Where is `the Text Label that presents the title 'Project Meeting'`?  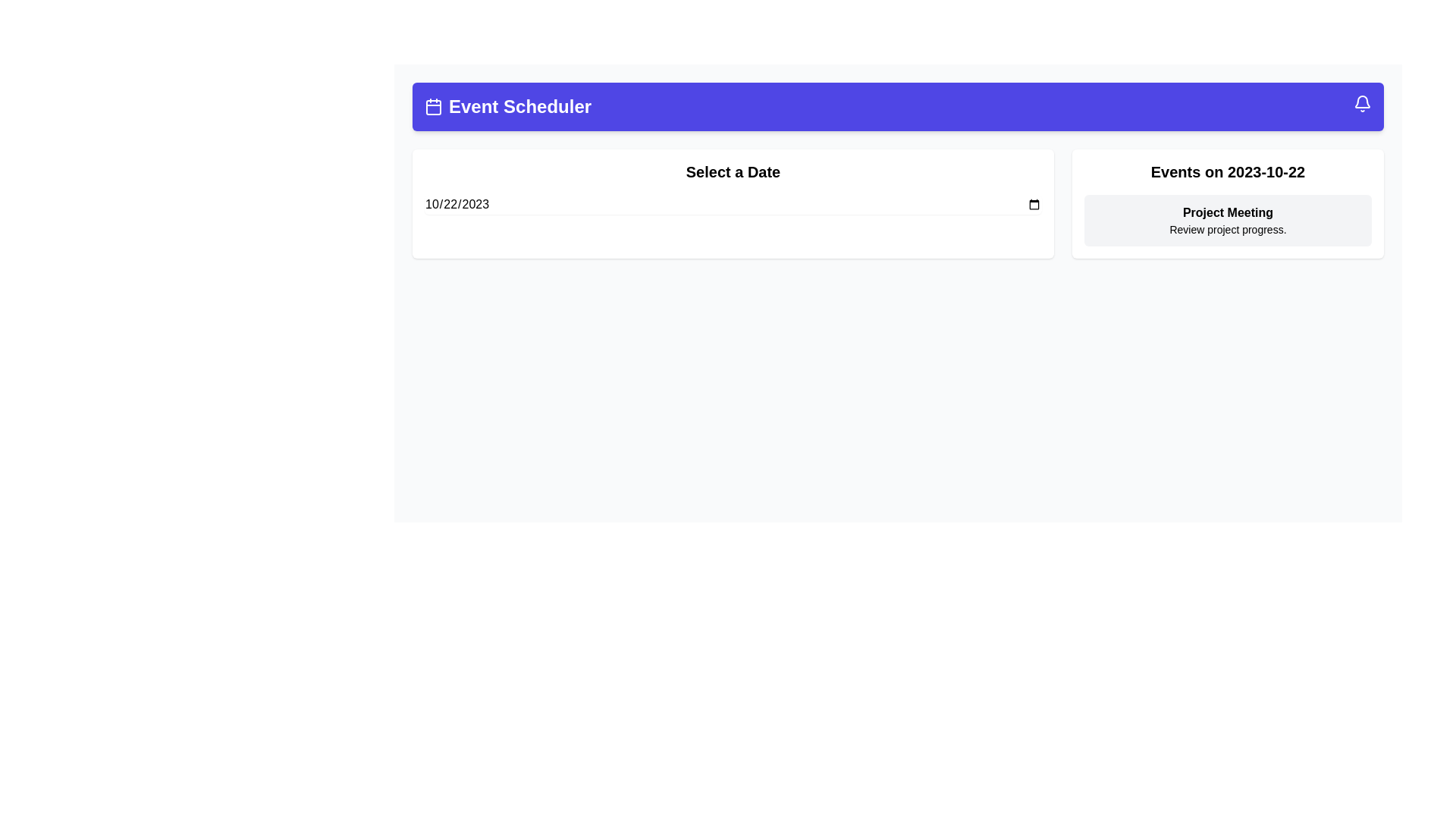
the Text Label that presents the title 'Project Meeting' is located at coordinates (1228, 213).